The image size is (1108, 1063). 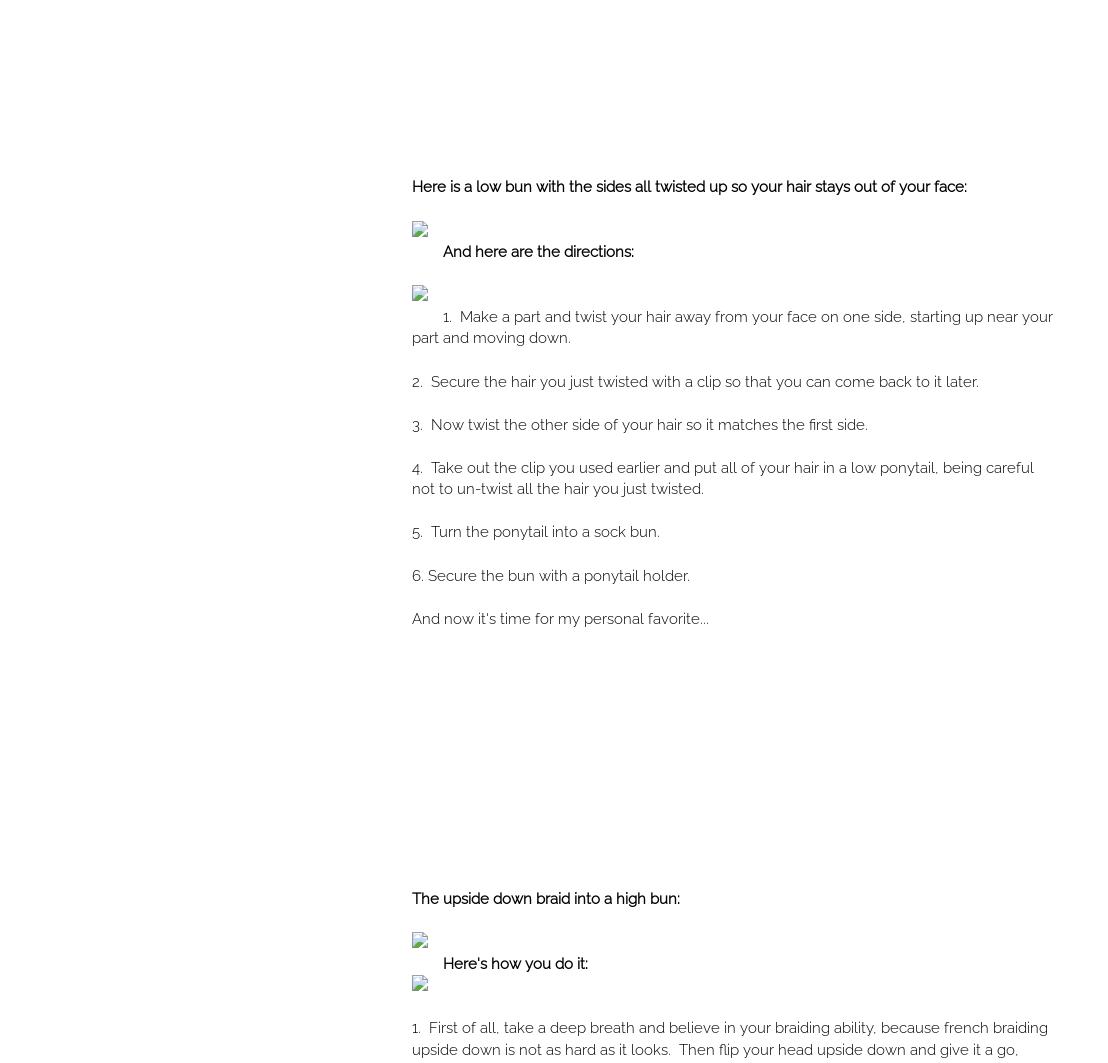 What do you see at coordinates (537, 252) in the screenshot?
I see `'And here are the directions:'` at bounding box center [537, 252].